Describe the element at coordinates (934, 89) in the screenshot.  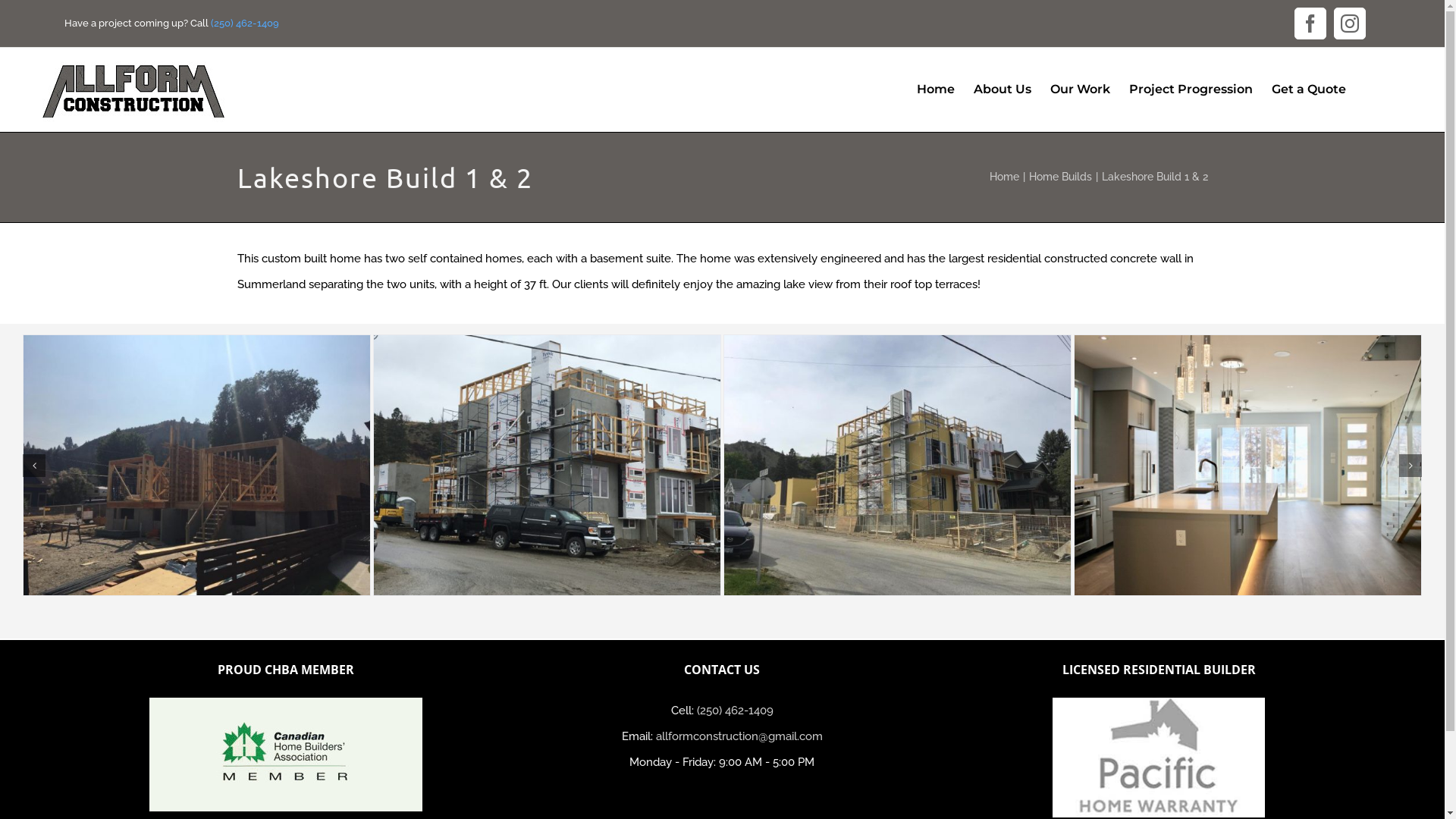
I see `'Home'` at that location.